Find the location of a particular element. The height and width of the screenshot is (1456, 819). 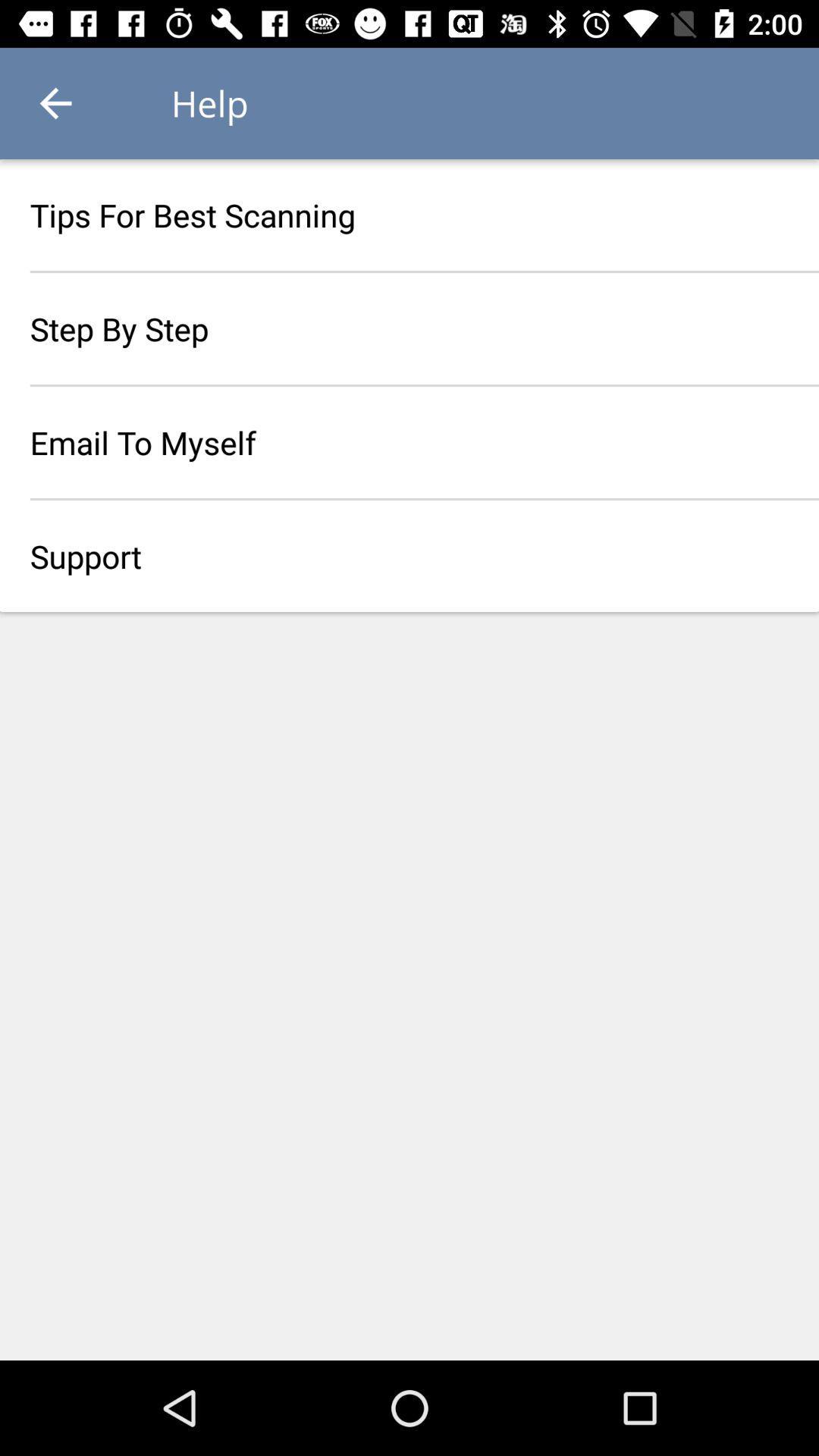

the step by step item is located at coordinates (409, 328).